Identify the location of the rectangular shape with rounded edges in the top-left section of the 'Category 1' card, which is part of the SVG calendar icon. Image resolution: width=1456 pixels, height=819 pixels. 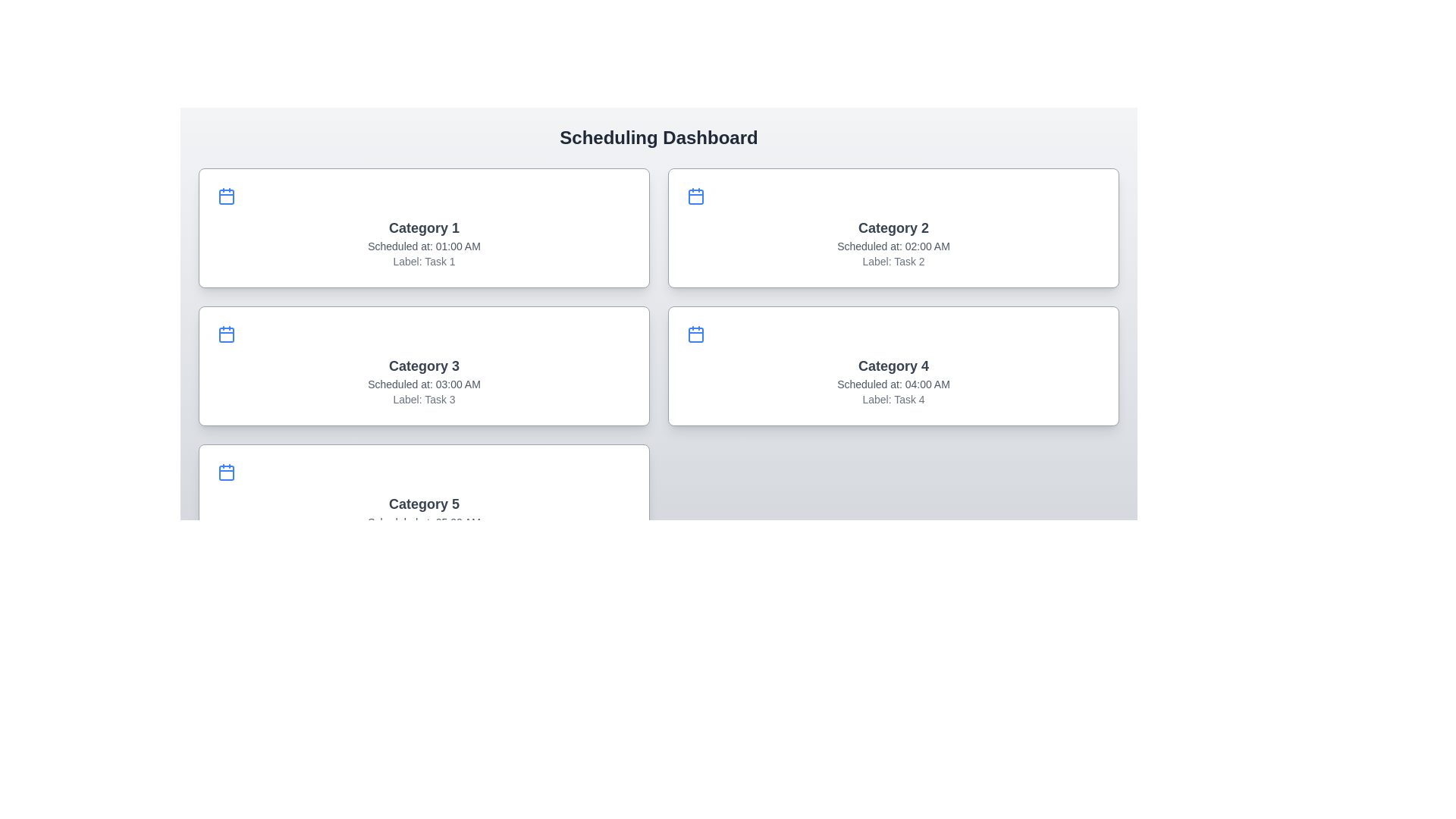
(225, 196).